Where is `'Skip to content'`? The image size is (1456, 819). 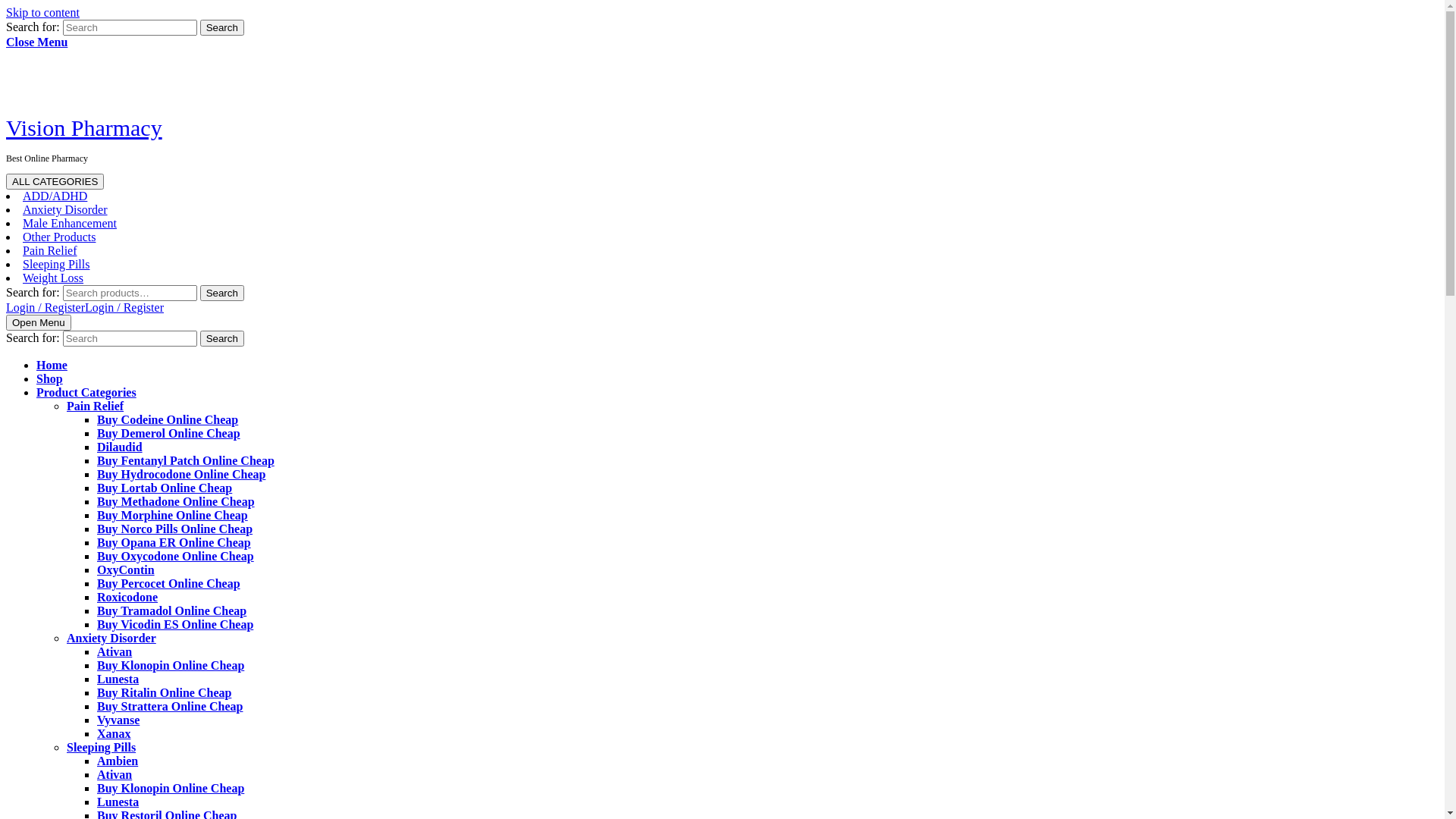 'Skip to content' is located at coordinates (42, 12).